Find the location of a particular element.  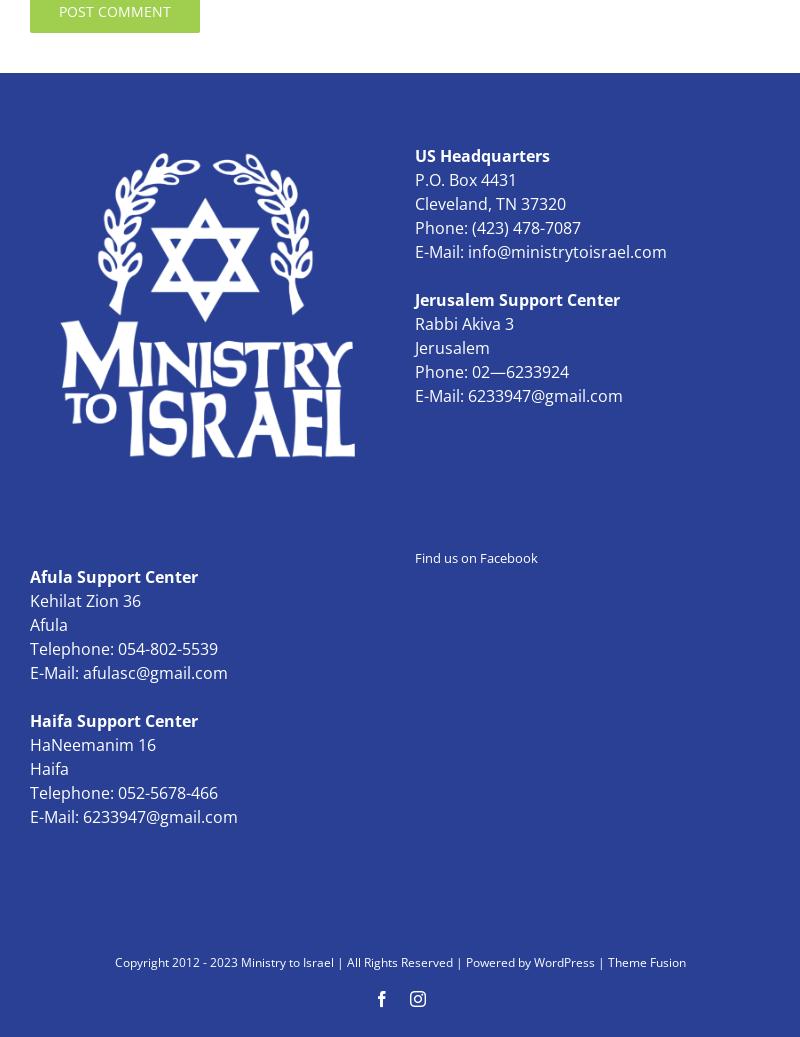

'afulasc@gmail.com' is located at coordinates (155, 673).